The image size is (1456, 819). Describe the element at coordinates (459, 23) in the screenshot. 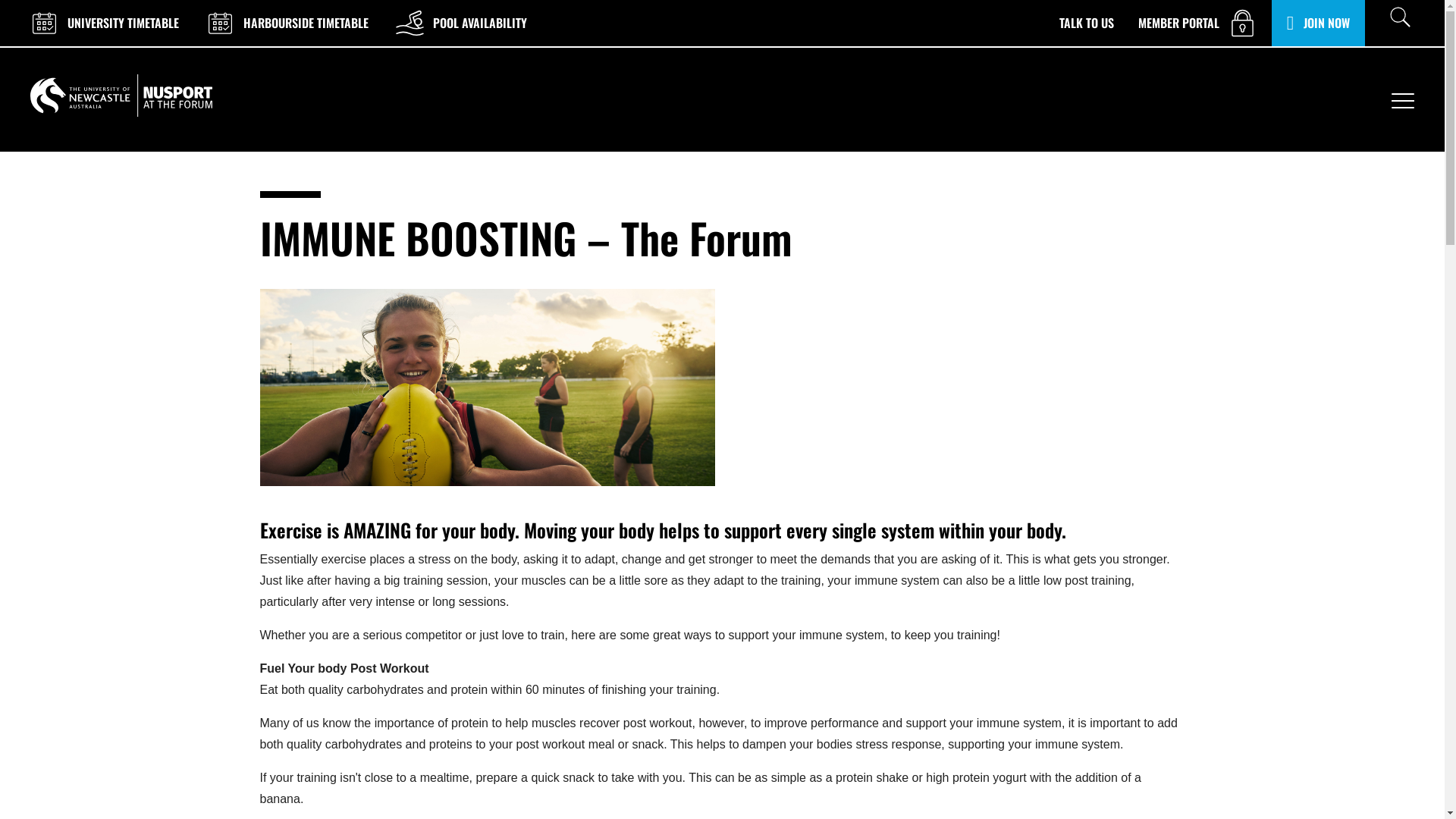

I see `'POOL AVAILABILITY'` at that location.